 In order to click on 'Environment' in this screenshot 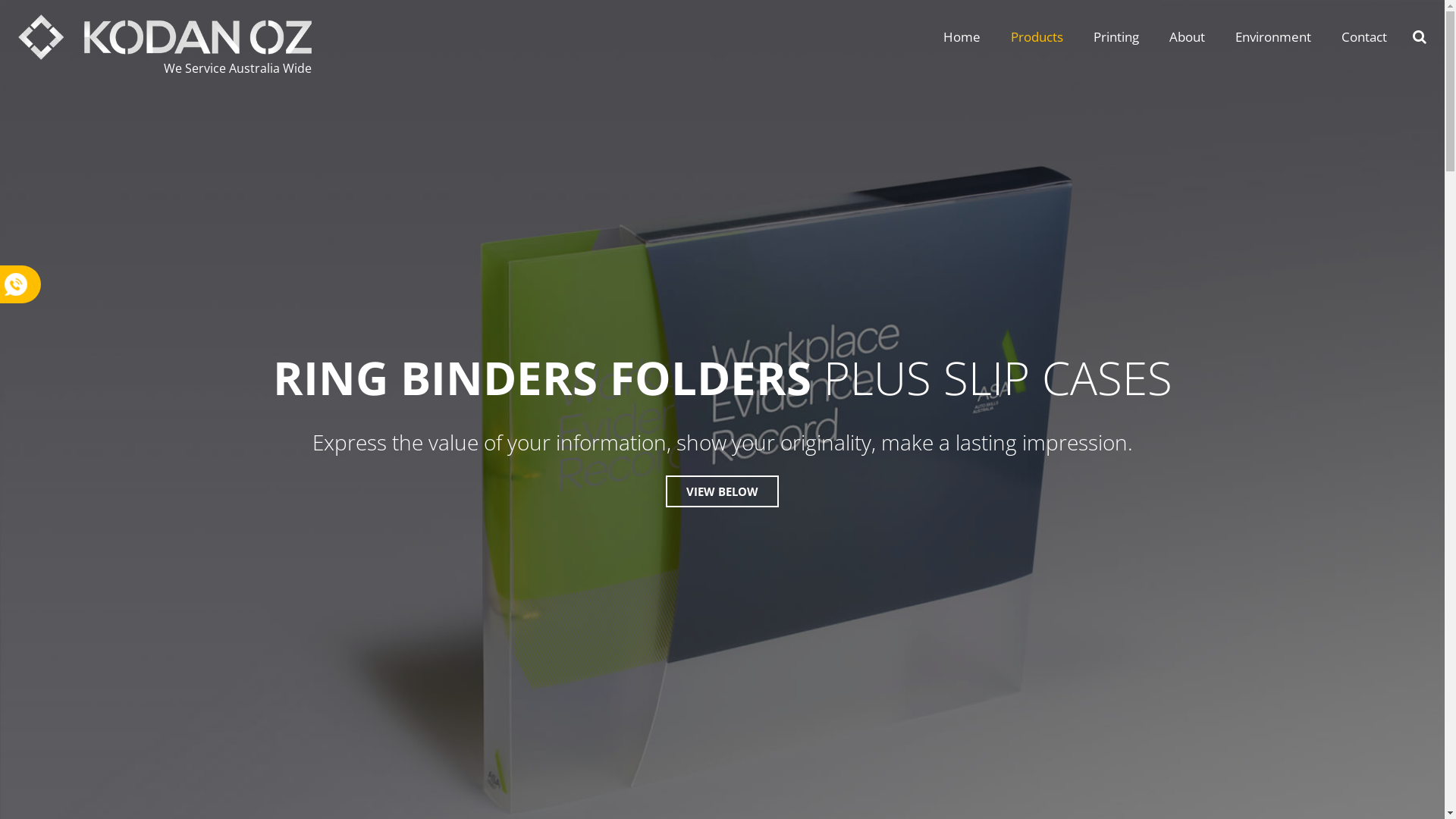, I will do `click(1273, 36)`.